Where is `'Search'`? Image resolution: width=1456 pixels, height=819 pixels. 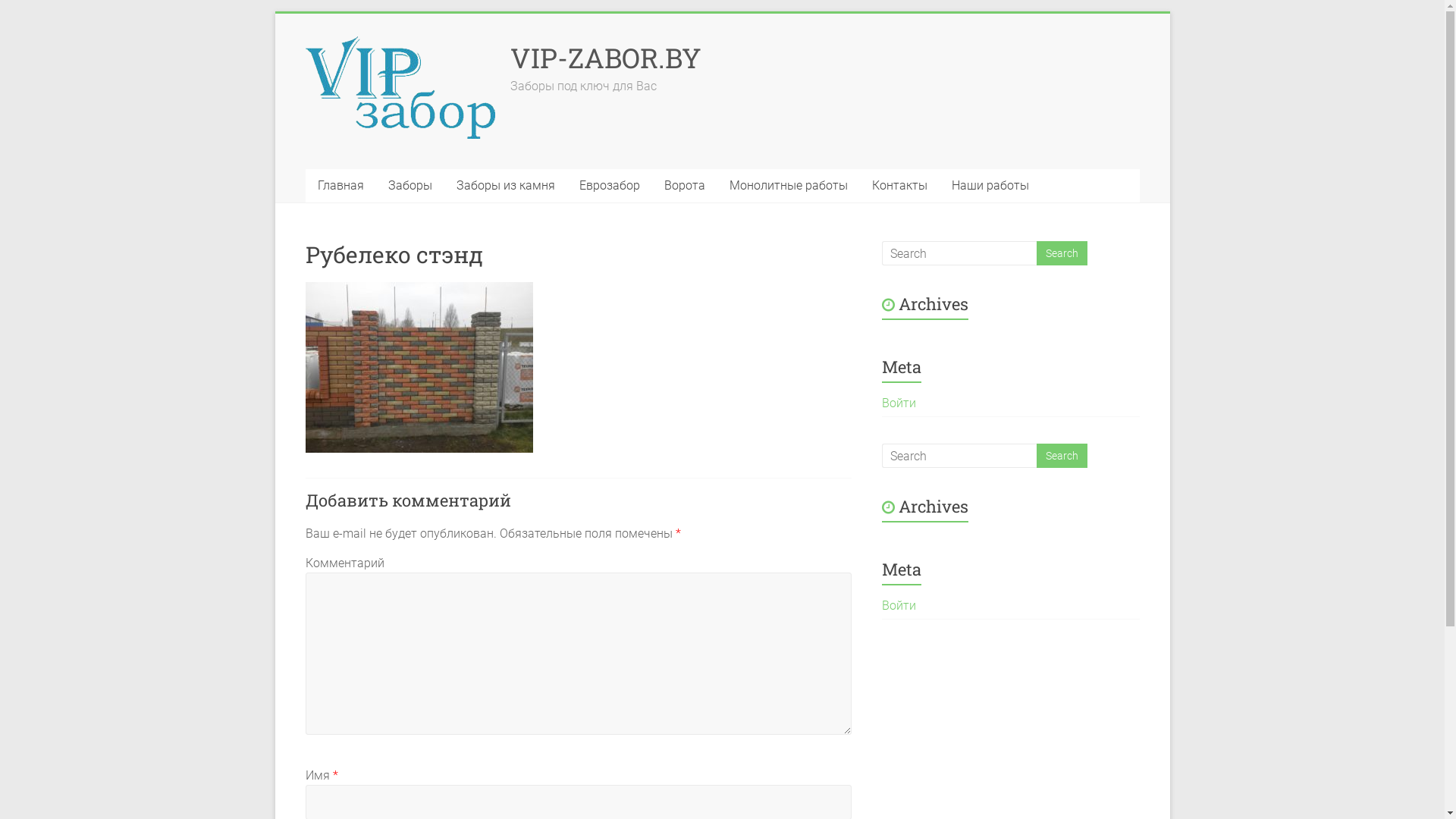 'Search' is located at coordinates (1035, 455).